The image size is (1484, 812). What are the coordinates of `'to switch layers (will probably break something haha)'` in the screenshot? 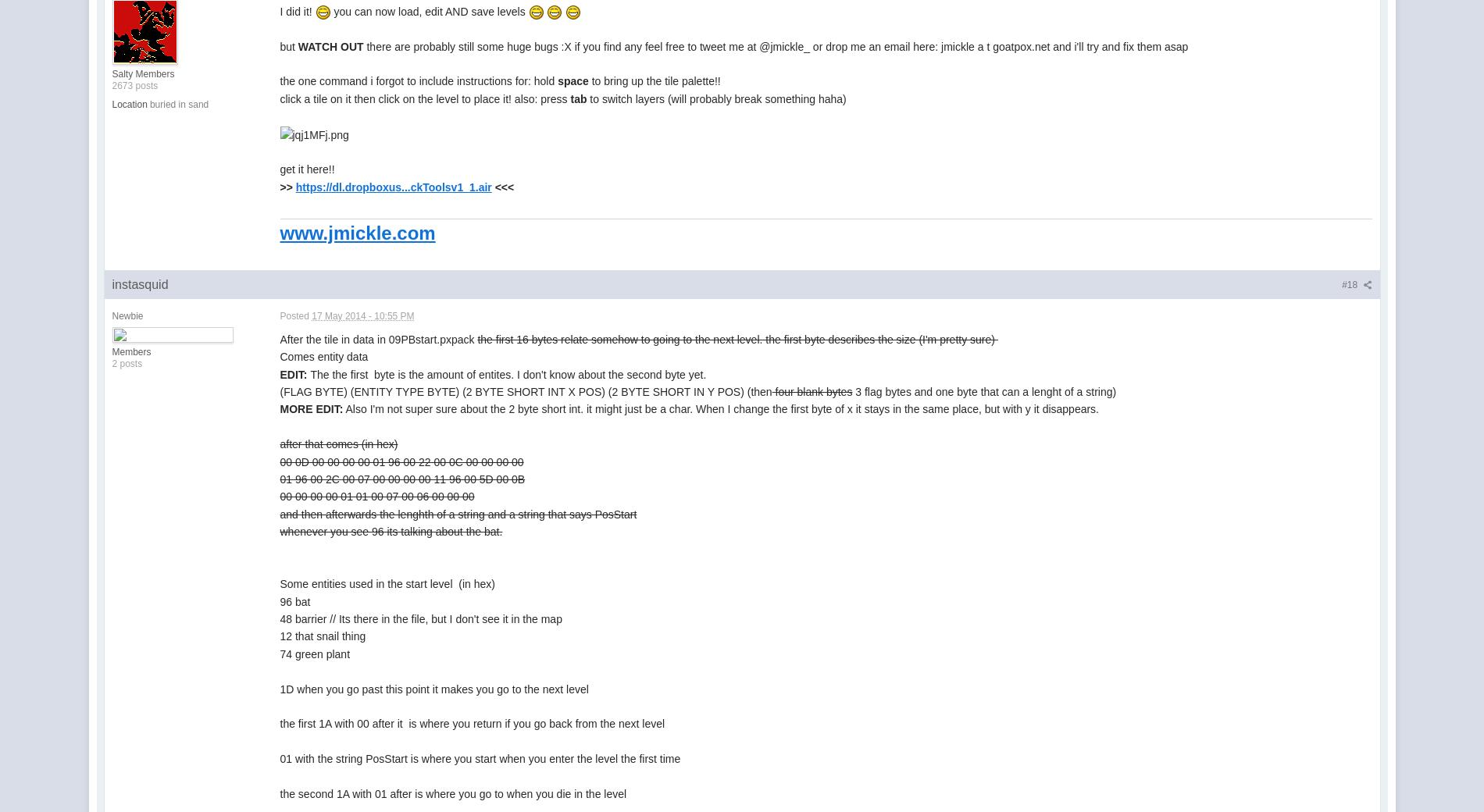 It's located at (715, 98).